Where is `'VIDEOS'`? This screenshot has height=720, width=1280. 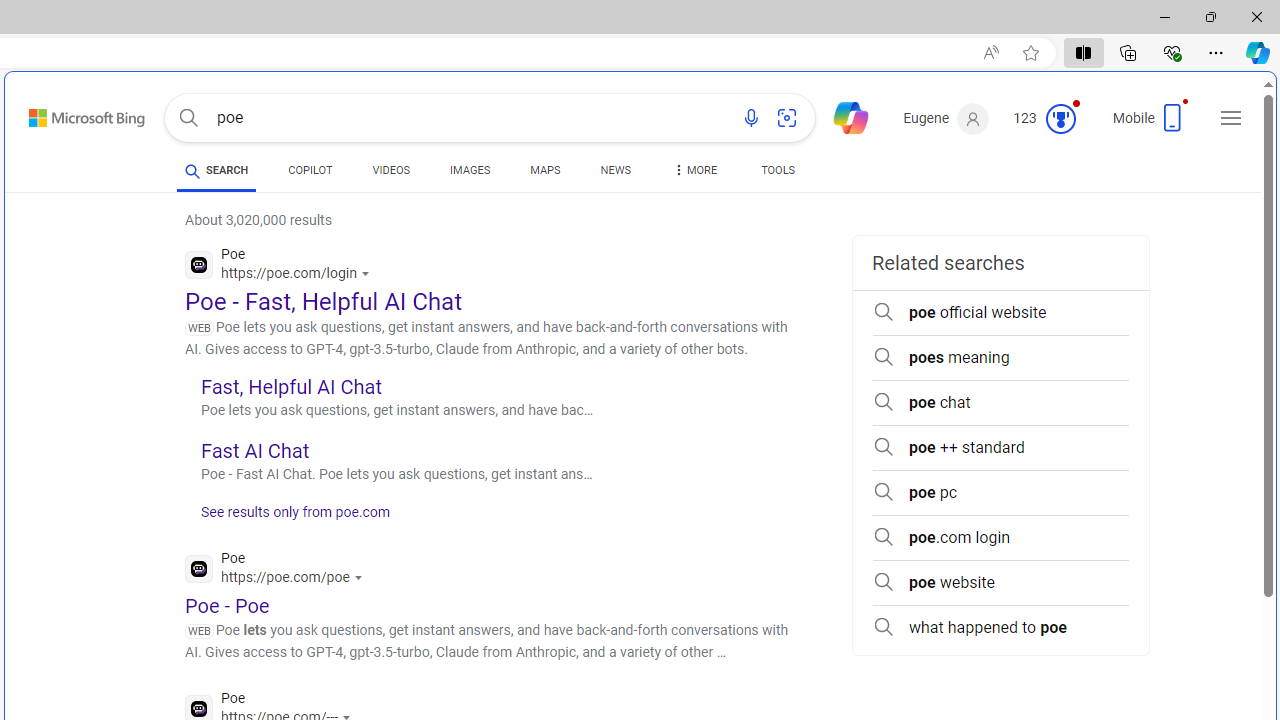
'VIDEOS' is located at coordinates (391, 172).